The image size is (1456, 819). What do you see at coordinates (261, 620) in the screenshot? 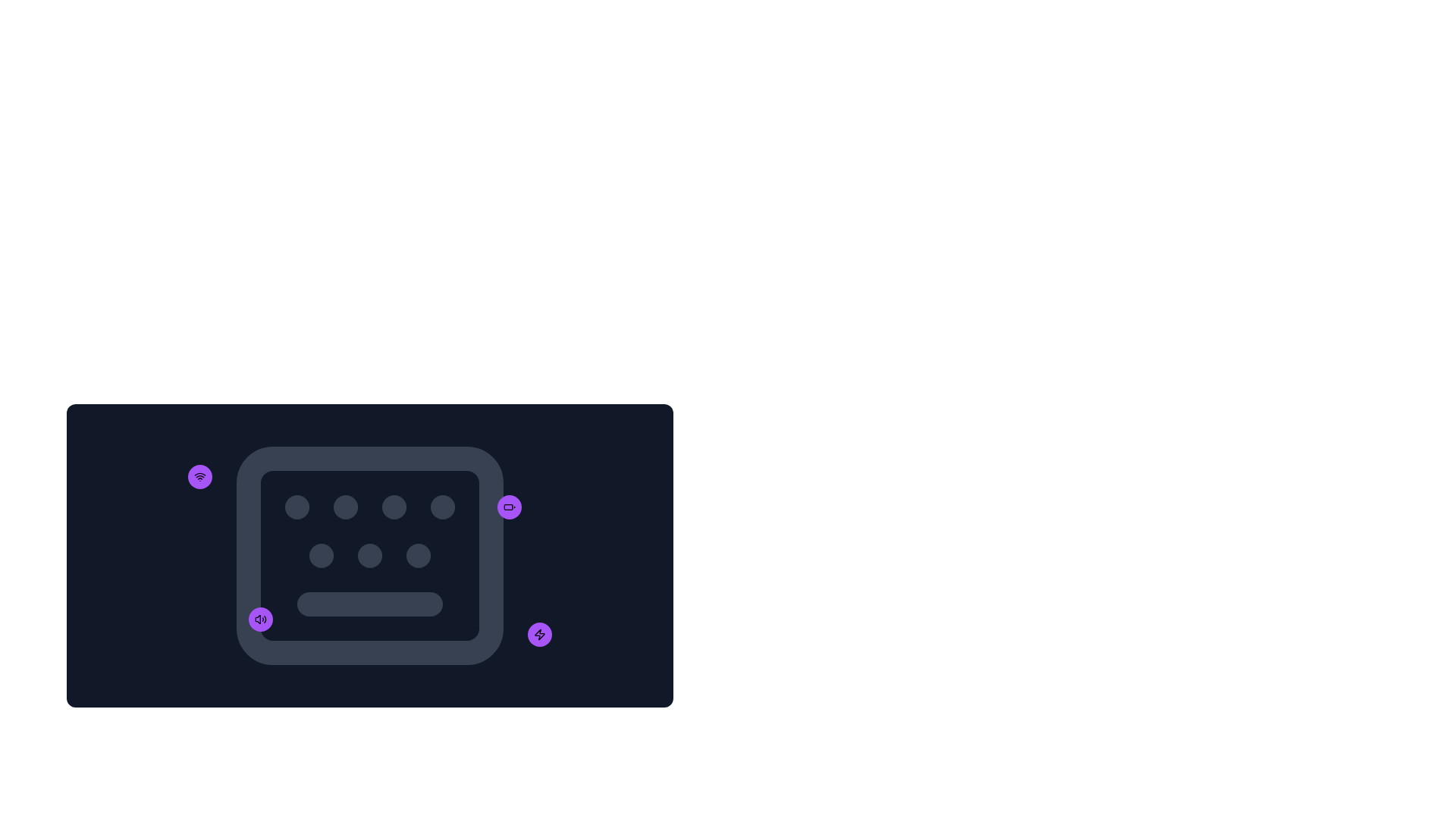
I see `the leftmost circular button in the dark rectangular panel` at bounding box center [261, 620].